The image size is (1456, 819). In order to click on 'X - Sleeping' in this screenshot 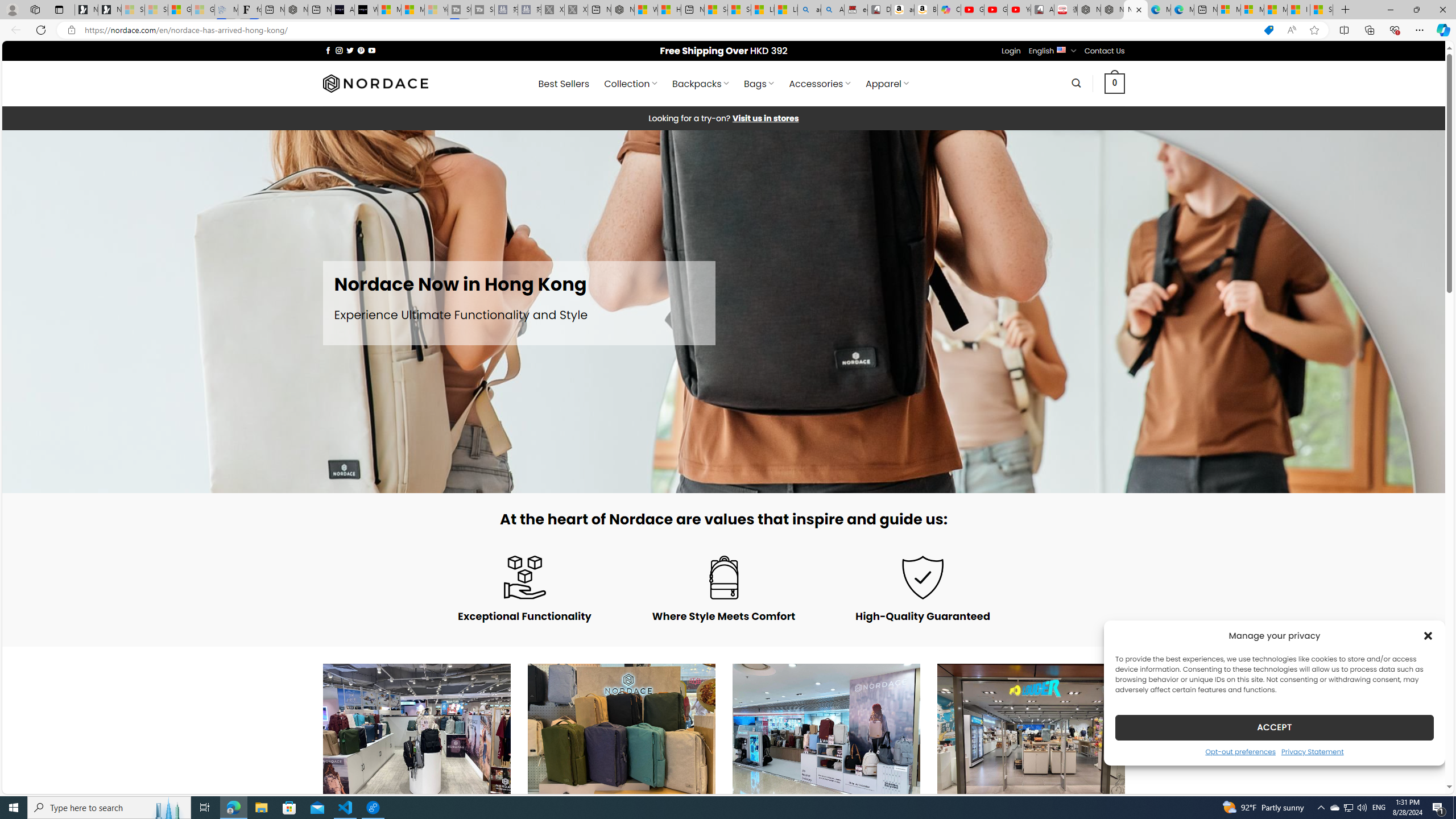, I will do `click(575, 9)`.